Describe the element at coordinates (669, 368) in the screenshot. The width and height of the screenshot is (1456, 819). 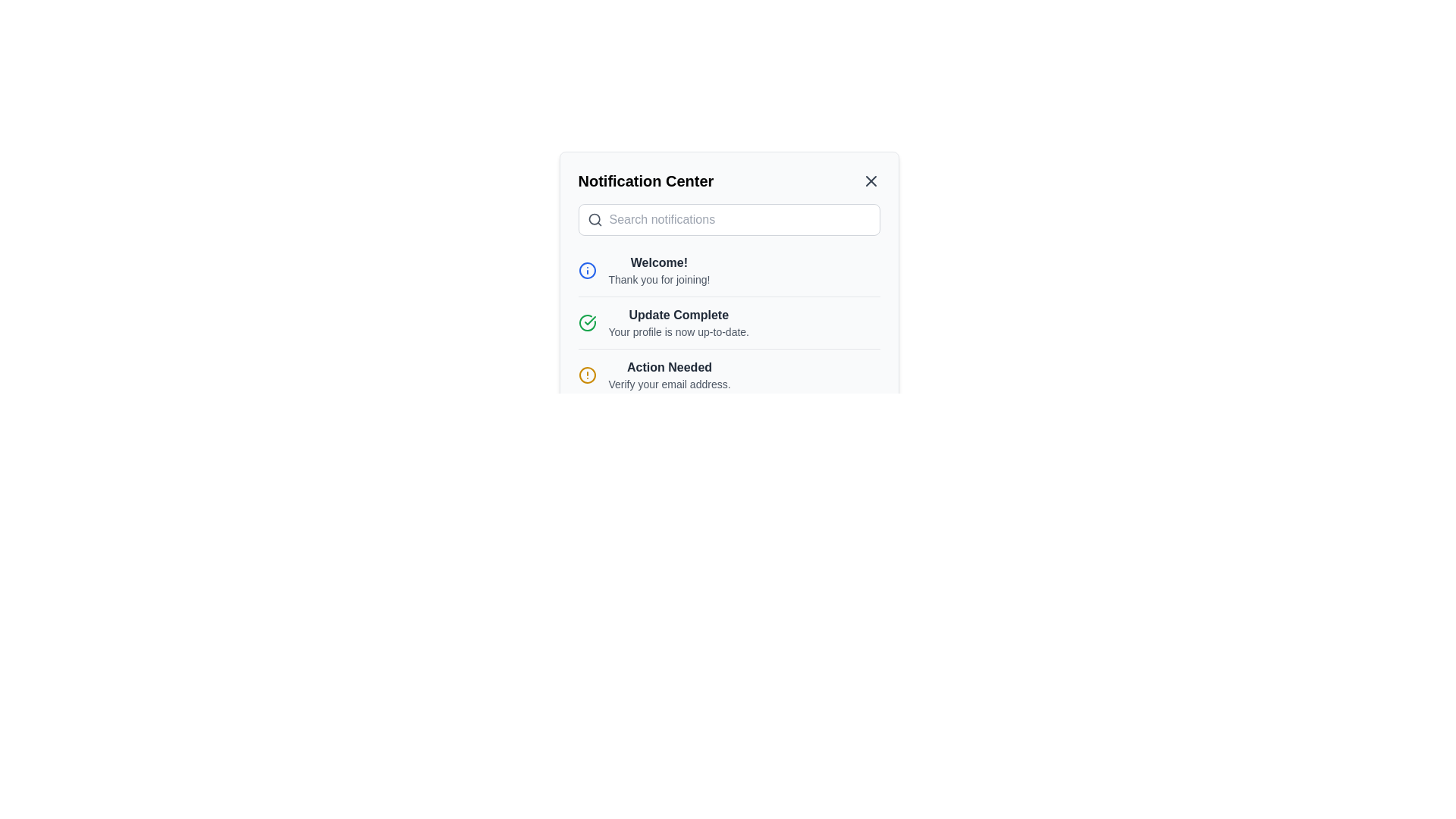
I see `prominent warning label text that states 'Action Needed', which is bold and dark gray, located in the notification center's third row` at that location.